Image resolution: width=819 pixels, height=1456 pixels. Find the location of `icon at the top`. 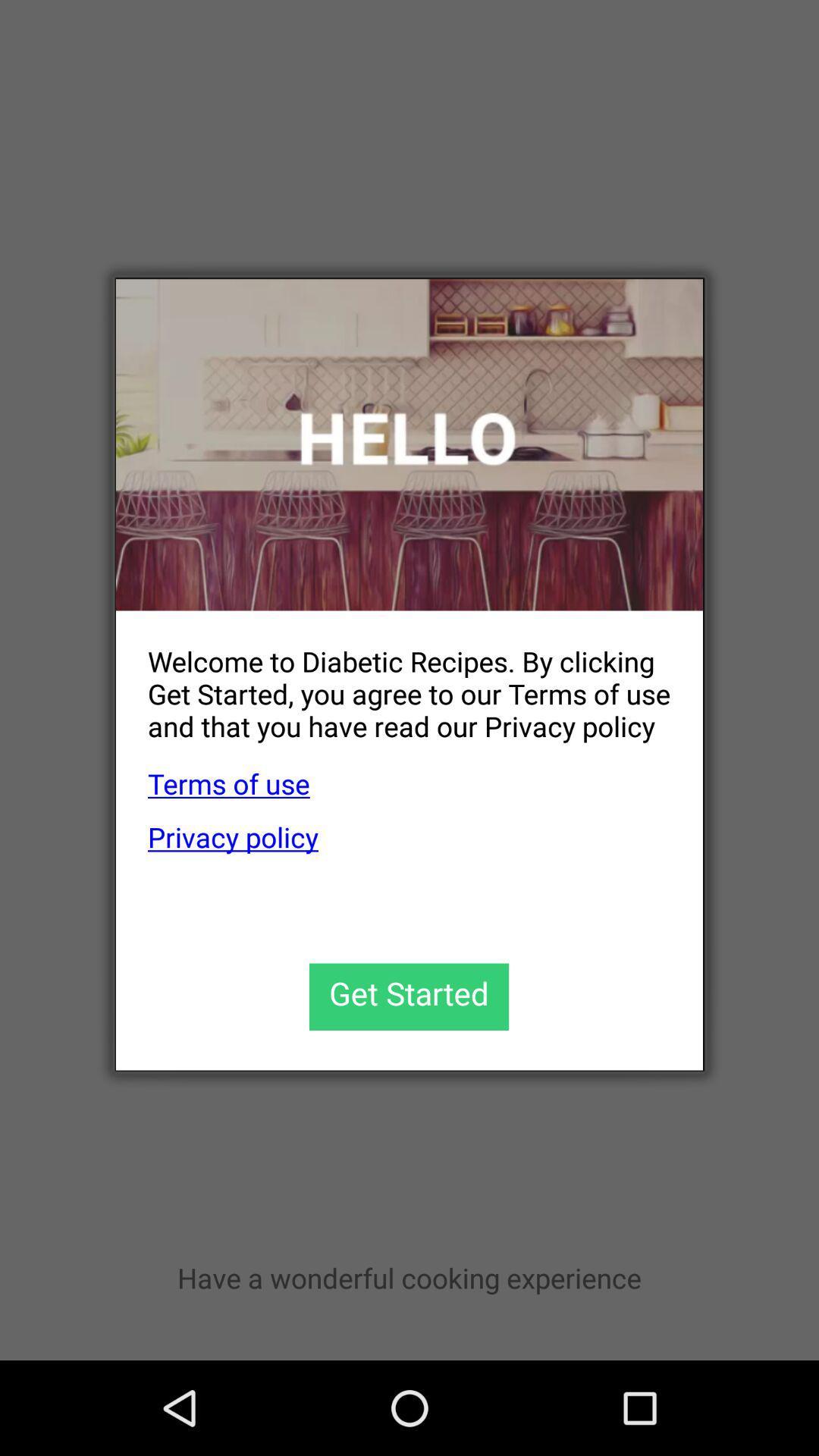

icon at the top is located at coordinates (409, 444).